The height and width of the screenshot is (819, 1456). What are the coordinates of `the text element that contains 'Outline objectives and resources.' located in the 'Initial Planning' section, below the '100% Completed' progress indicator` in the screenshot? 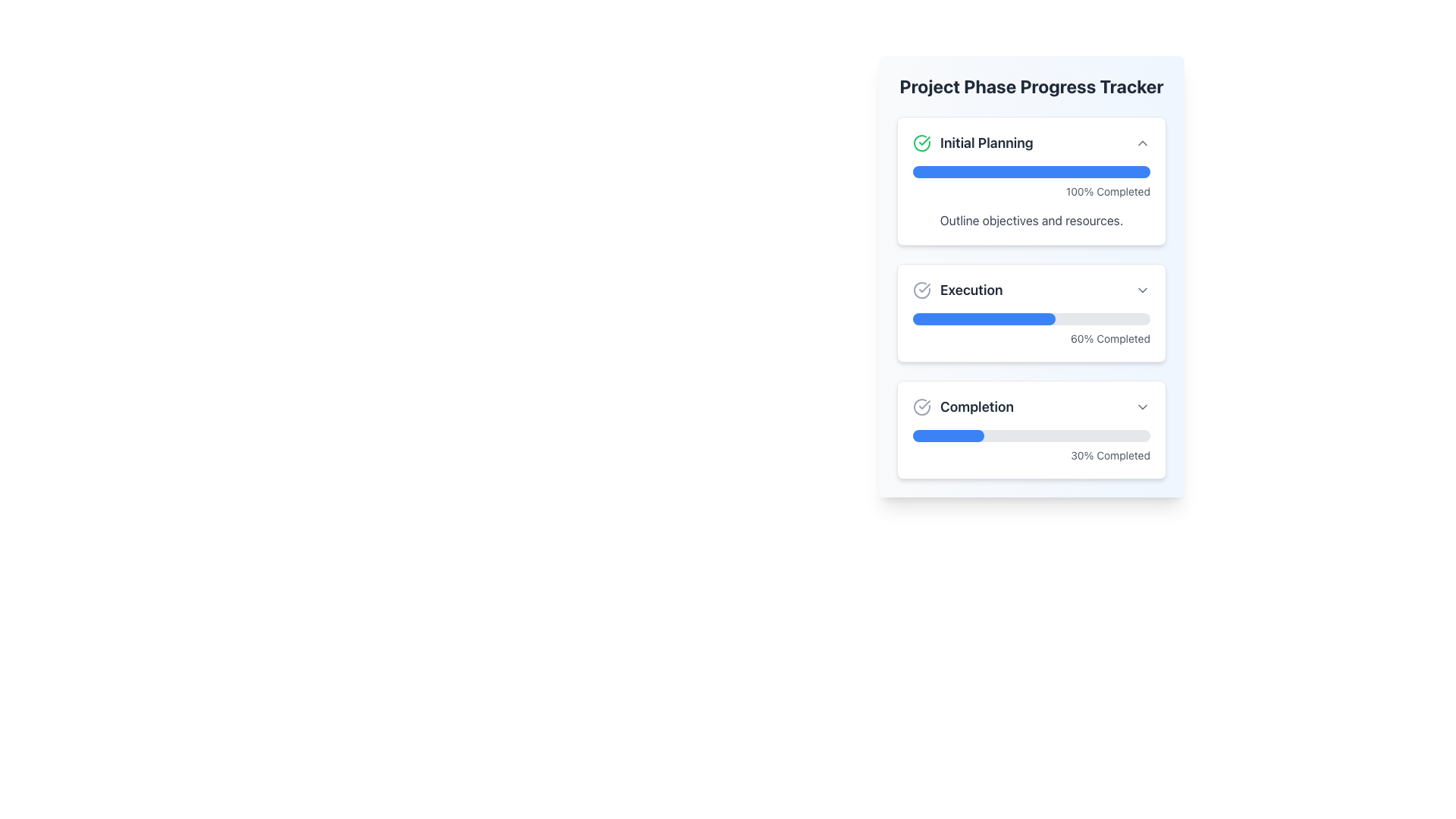 It's located at (1031, 220).